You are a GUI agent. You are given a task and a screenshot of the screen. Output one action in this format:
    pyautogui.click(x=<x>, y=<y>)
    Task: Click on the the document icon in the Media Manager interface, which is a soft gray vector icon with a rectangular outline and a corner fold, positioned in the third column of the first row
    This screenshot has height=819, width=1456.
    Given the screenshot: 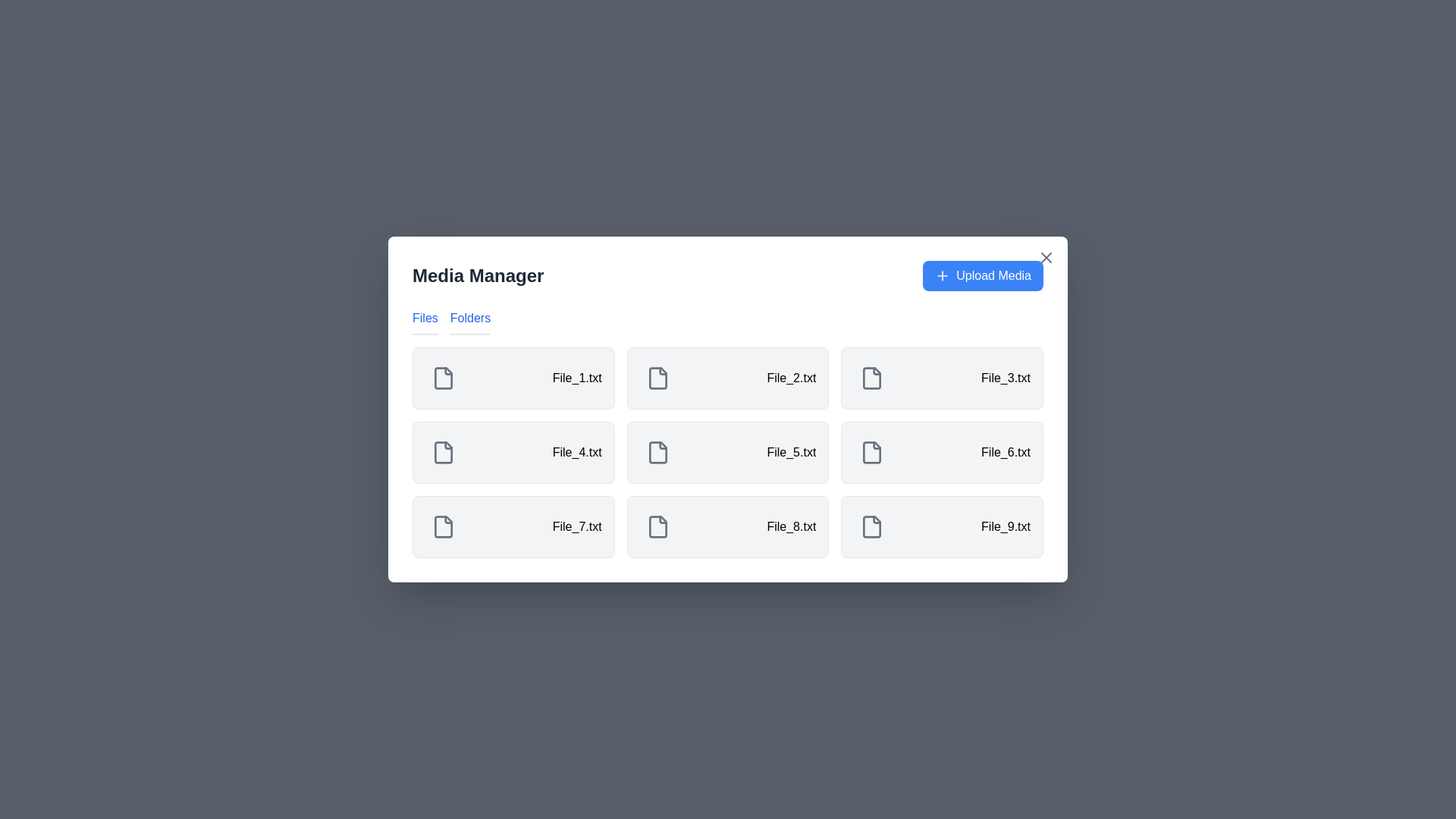 What is the action you would take?
    pyautogui.click(x=872, y=377)
    